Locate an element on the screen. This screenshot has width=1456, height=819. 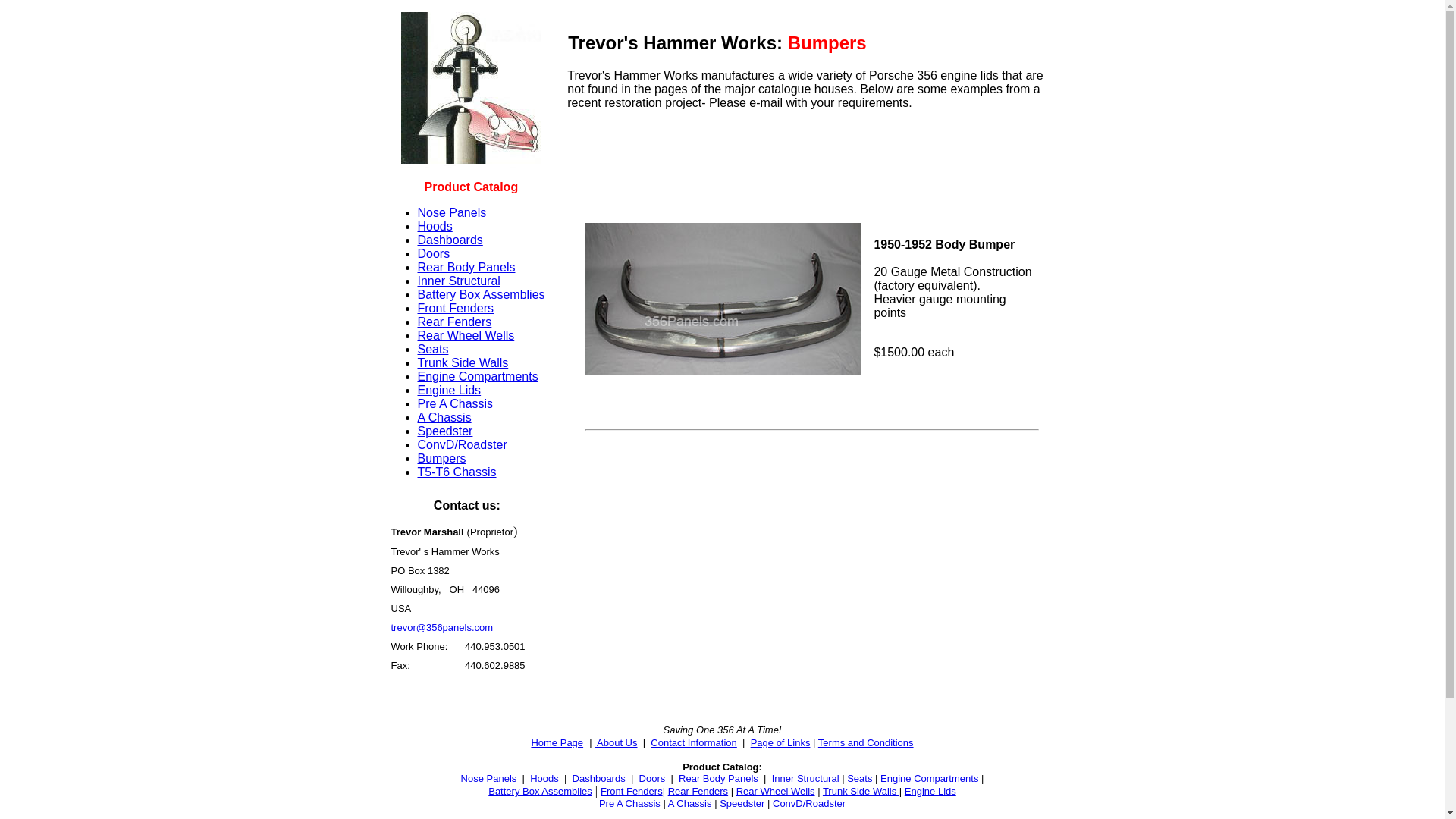
'Battery Box Assemblies' is located at coordinates (540, 790).